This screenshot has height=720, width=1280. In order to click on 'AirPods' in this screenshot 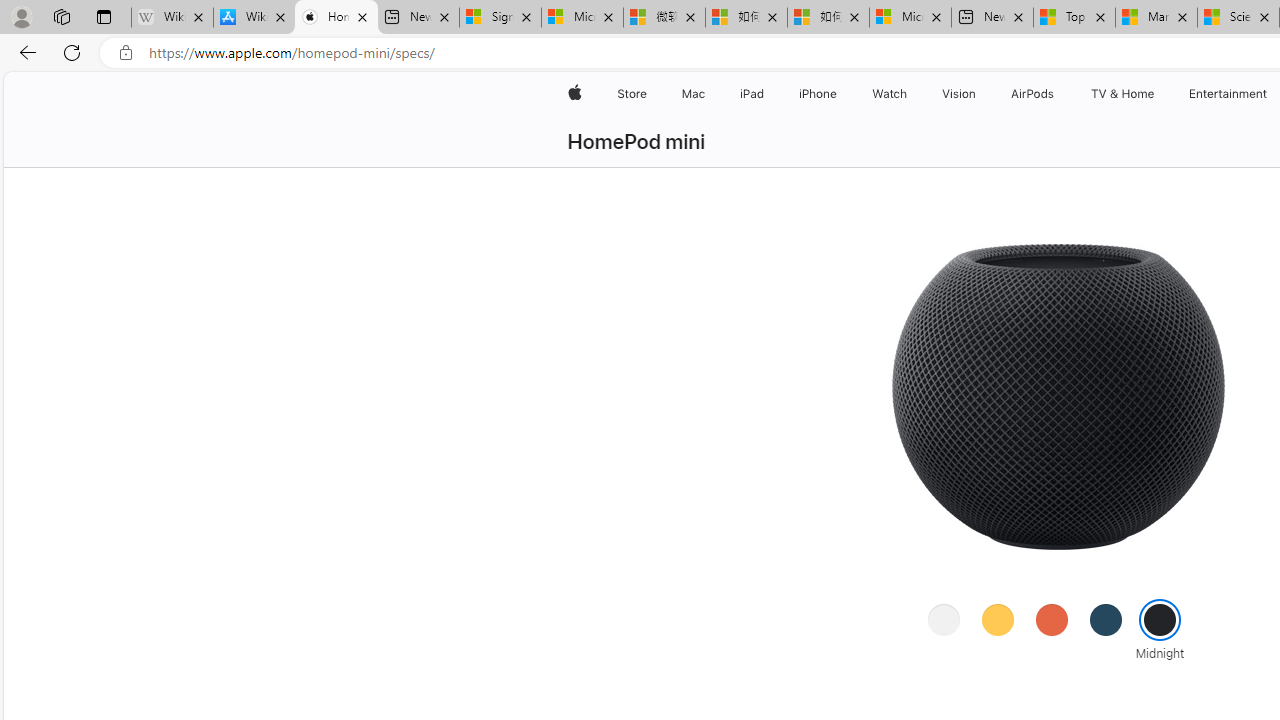, I will do `click(1032, 93)`.